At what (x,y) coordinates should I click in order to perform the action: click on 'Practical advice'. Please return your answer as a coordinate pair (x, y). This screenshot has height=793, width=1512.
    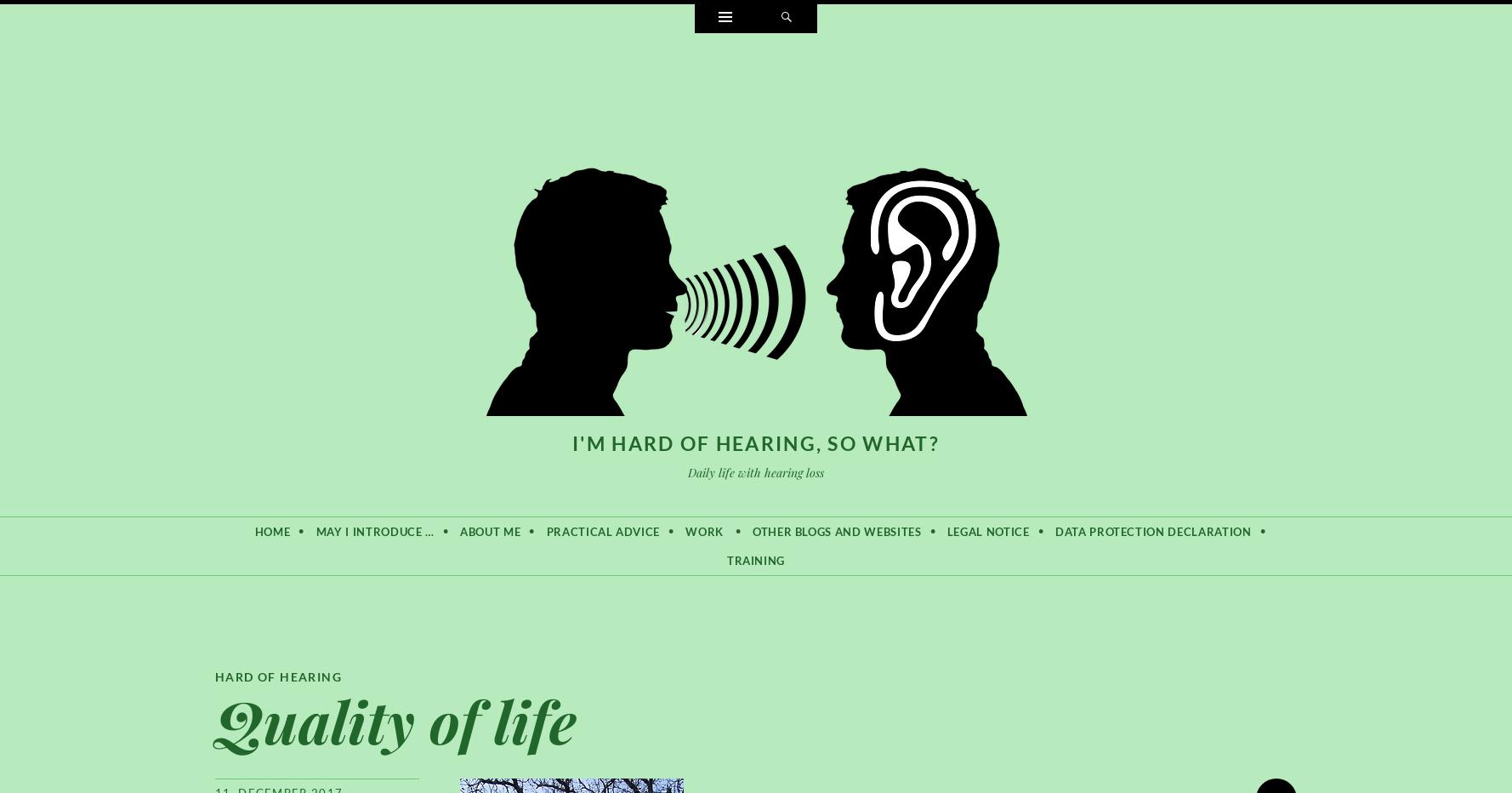
    Looking at the image, I should click on (602, 529).